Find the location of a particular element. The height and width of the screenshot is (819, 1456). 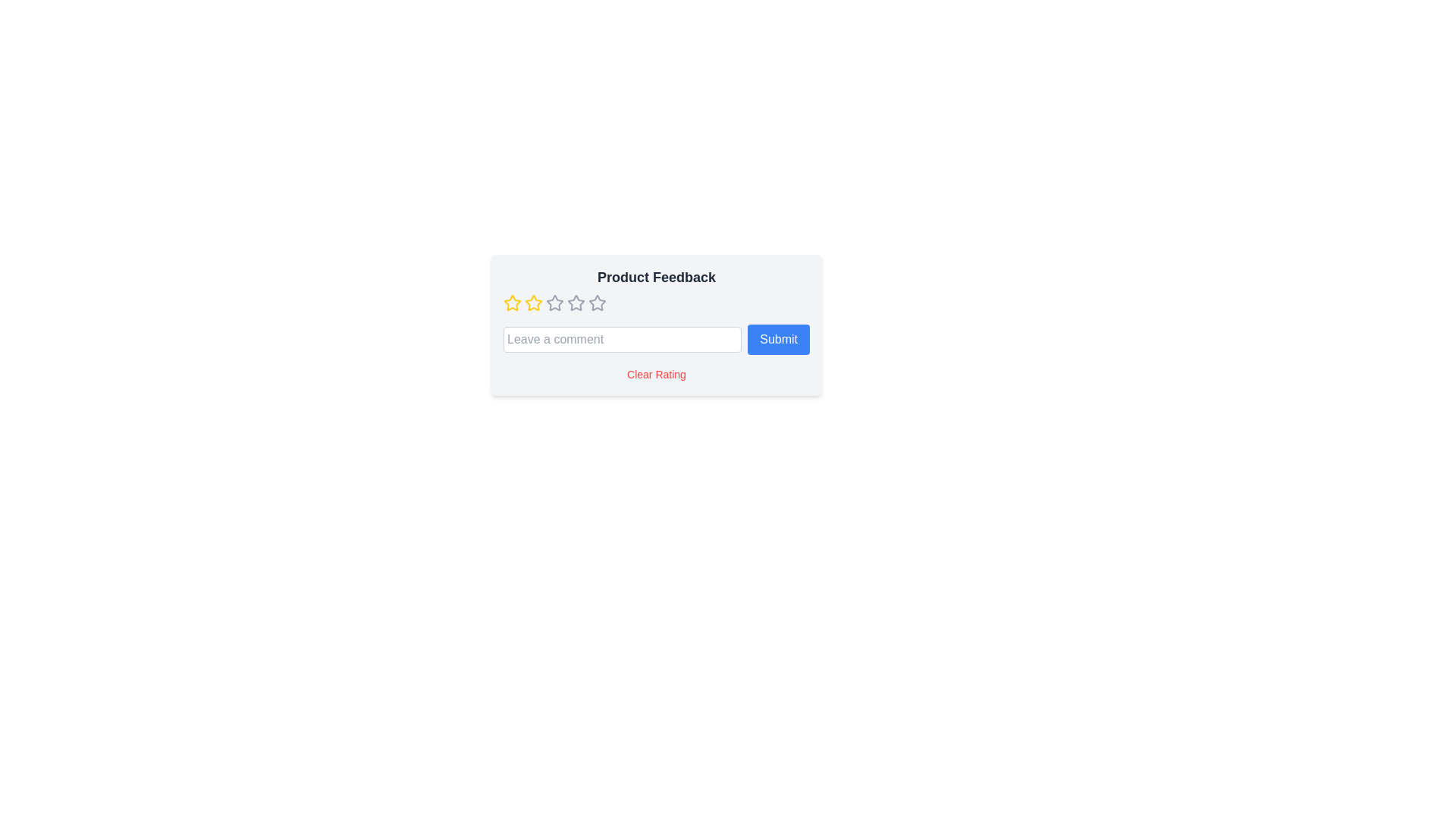

the rating to 4 by clicking on the corresponding star is located at coordinates (575, 303).